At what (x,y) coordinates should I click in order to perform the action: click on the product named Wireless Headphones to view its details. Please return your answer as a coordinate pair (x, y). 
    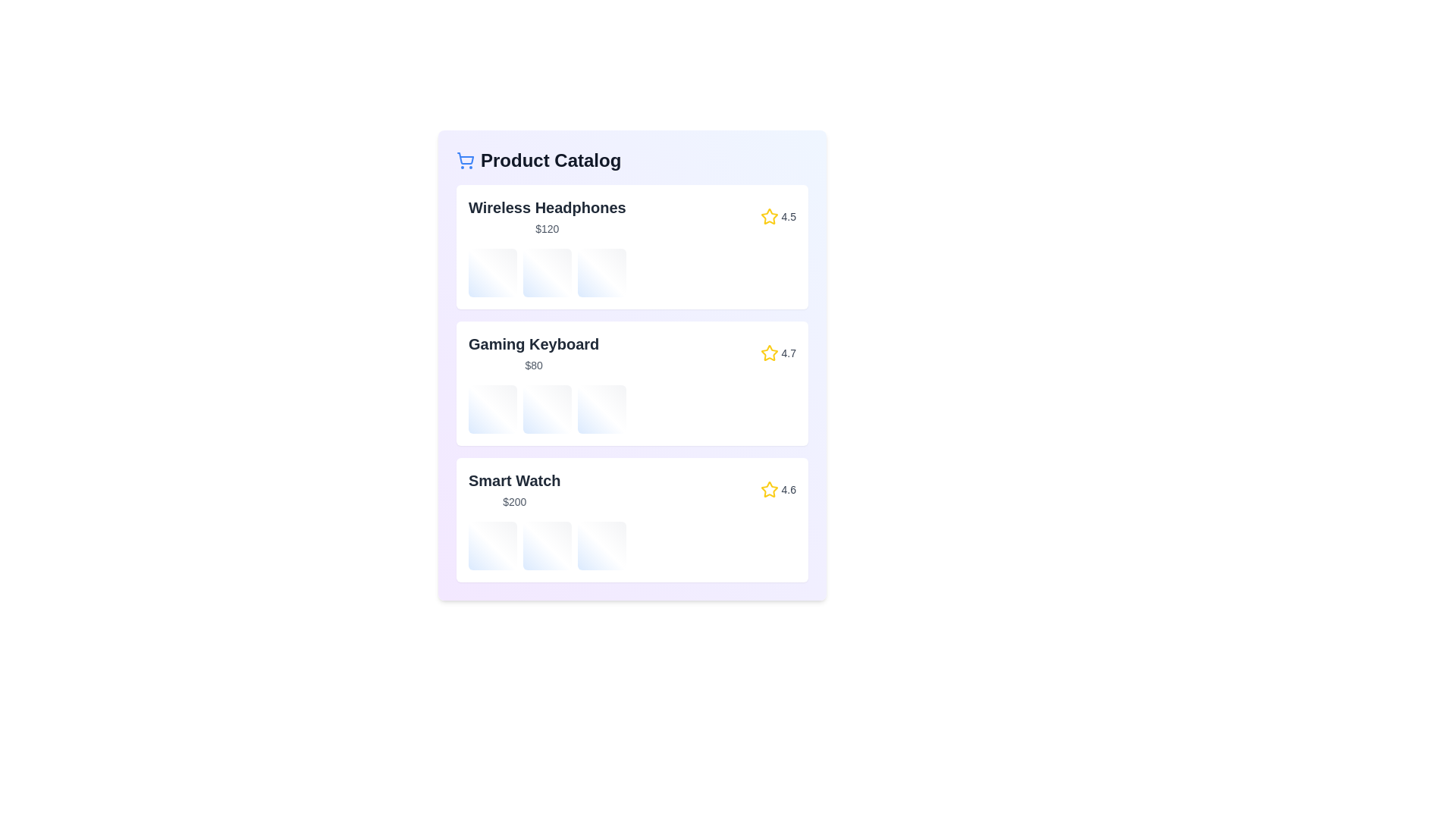
    Looking at the image, I should click on (632, 246).